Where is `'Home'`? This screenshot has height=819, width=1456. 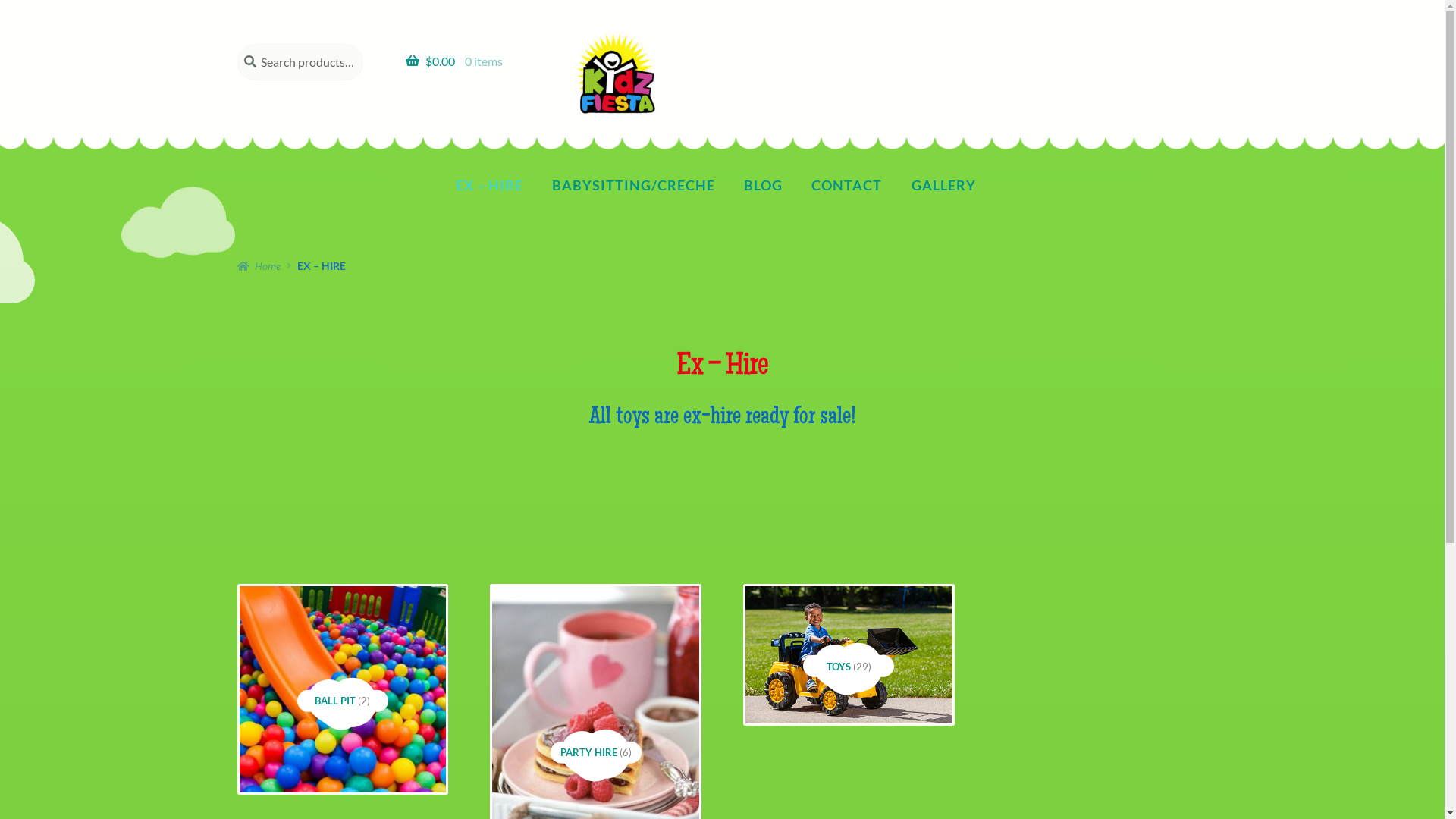
'Home' is located at coordinates (258, 265).